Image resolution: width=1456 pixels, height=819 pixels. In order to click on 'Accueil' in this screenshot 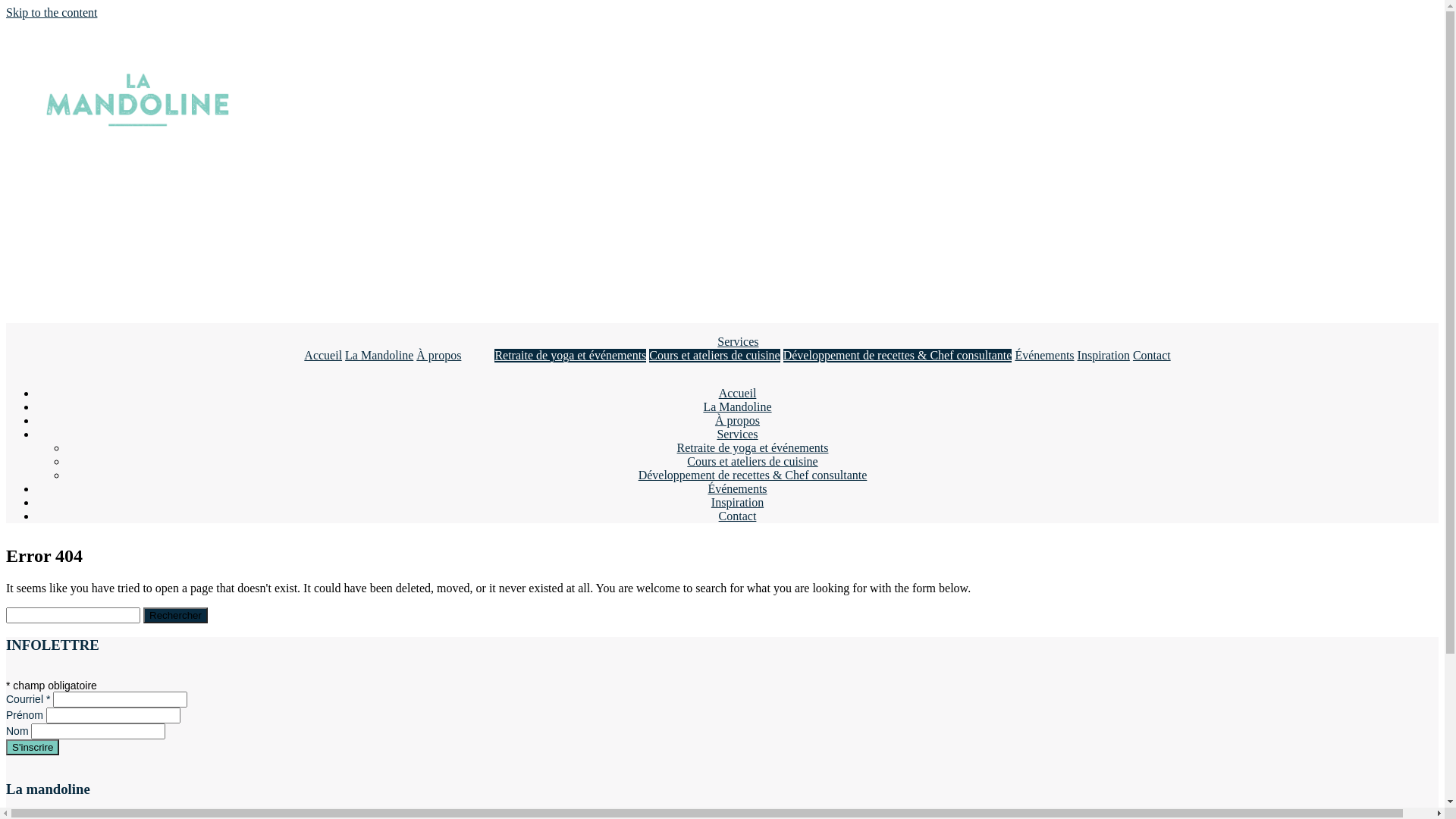, I will do `click(322, 355)`.